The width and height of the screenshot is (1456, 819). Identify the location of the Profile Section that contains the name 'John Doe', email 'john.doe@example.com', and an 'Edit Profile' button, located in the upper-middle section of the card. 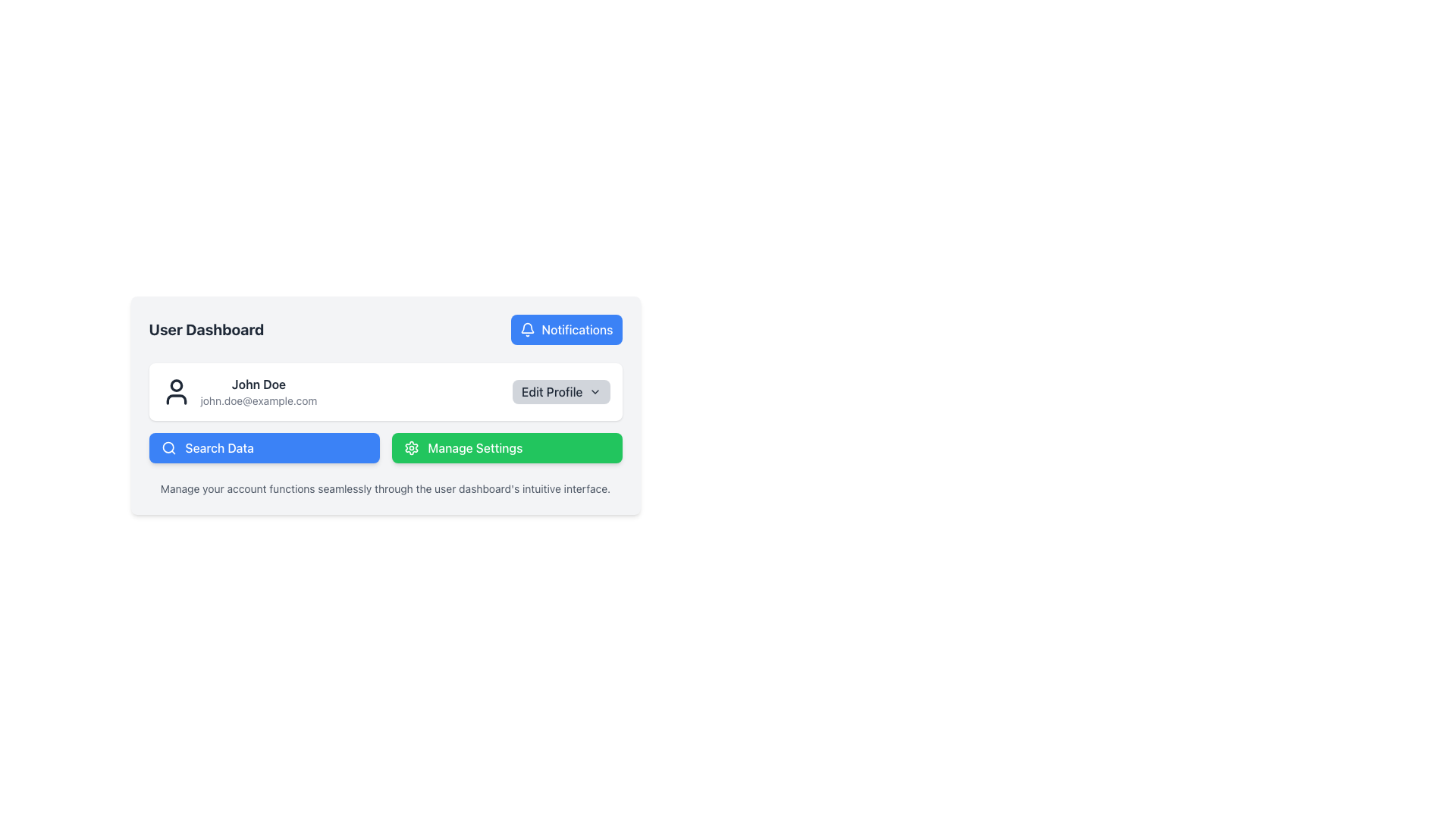
(385, 391).